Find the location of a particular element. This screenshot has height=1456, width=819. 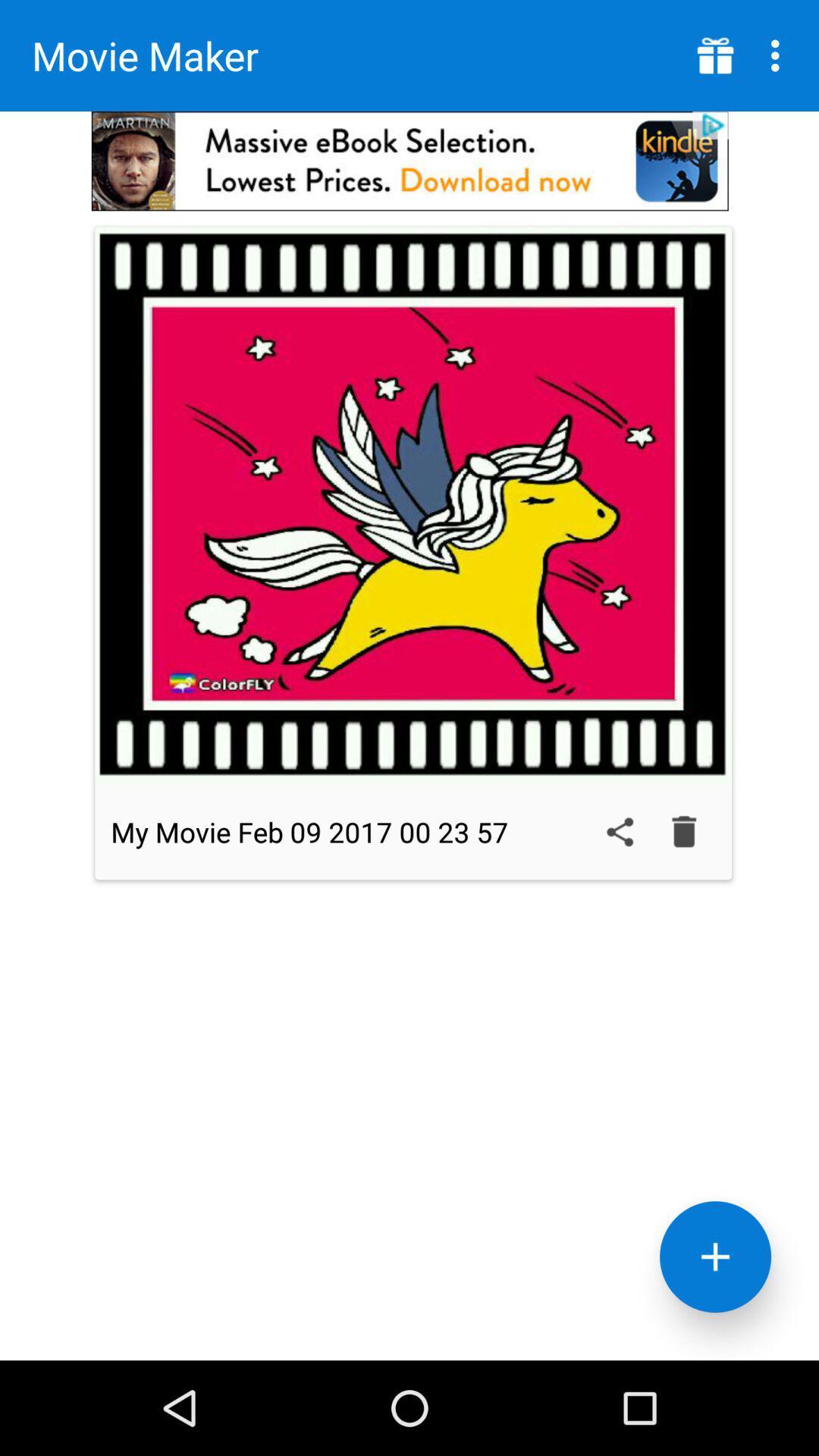

to movie maker is located at coordinates (715, 1257).